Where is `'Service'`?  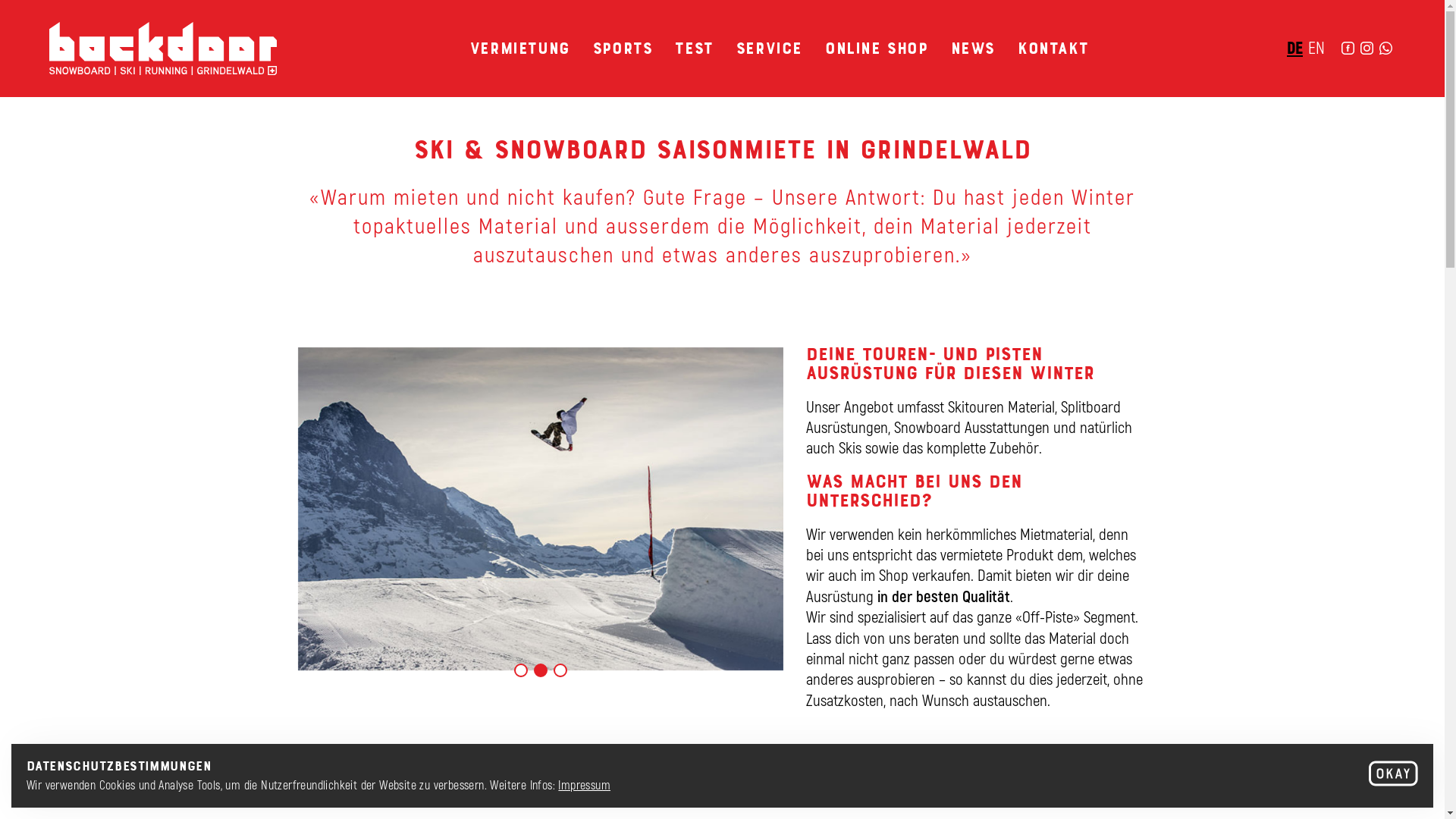
'Service' is located at coordinates (769, 45).